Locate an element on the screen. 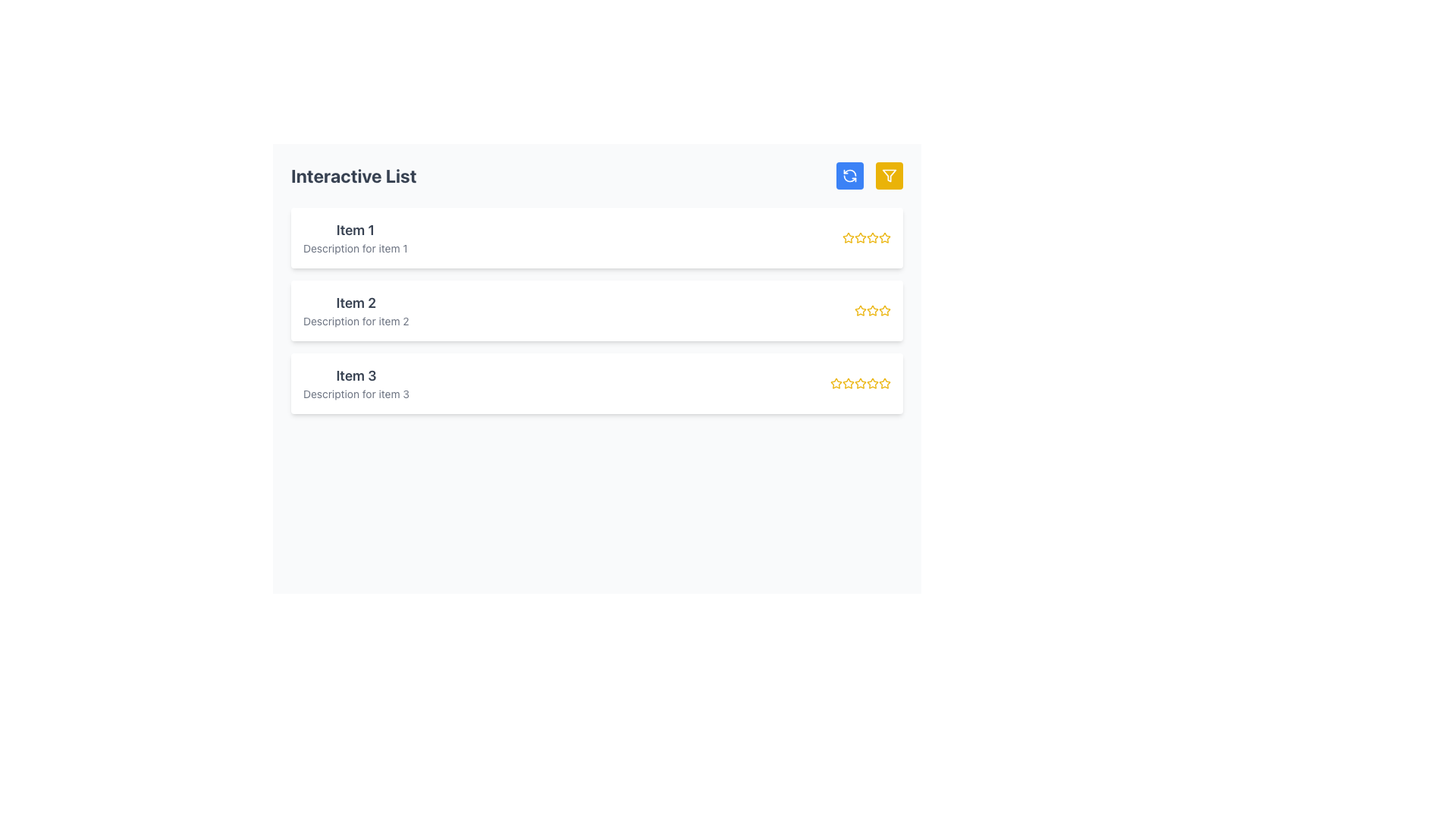 This screenshot has width=1456, height=819. the last star icon in a group of five stars used for rating, located on the right side of the first item's row in the list is located at coordinates (884, 237).